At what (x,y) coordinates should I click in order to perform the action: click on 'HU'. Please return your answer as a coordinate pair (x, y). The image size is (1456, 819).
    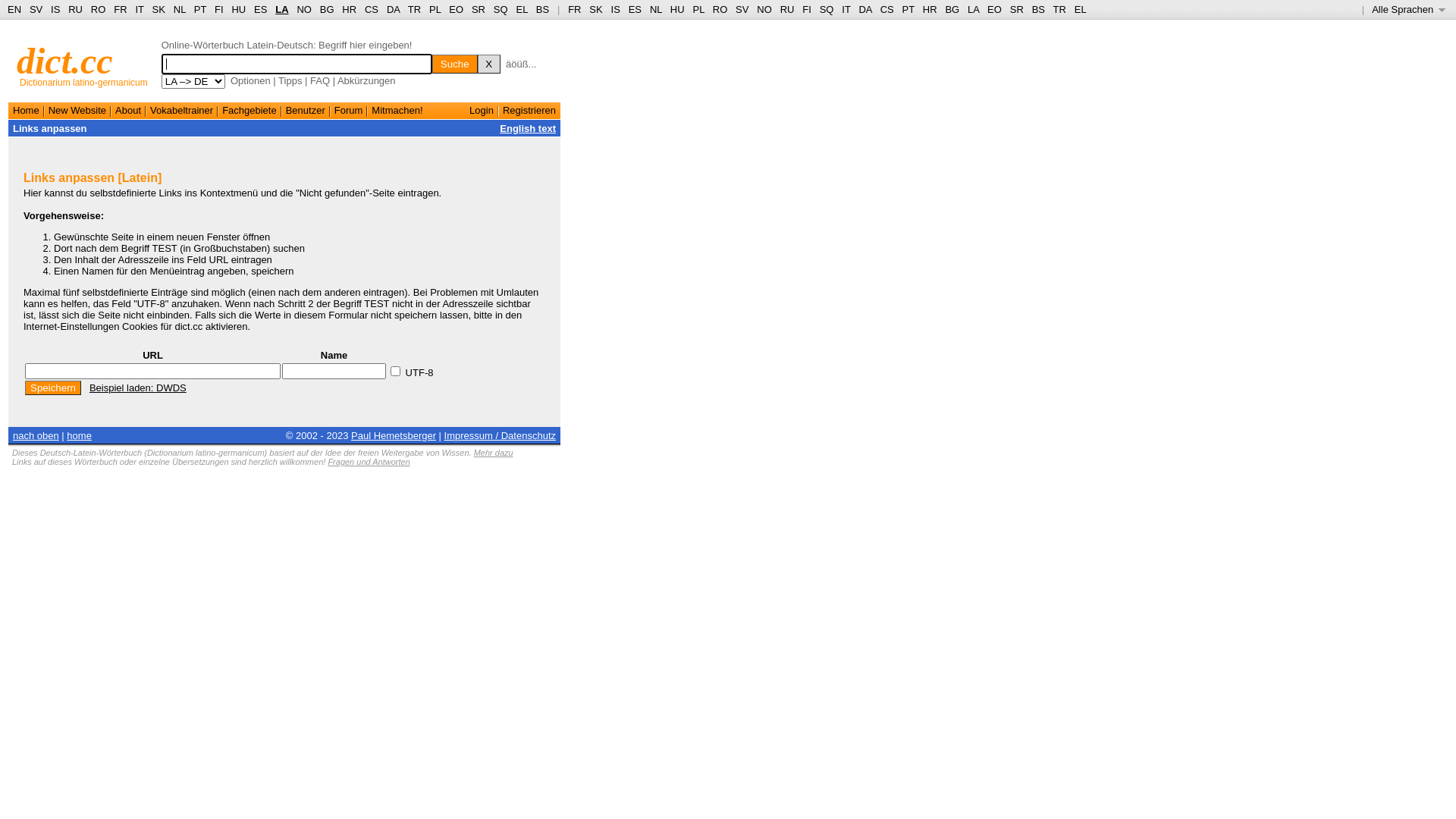
    Looking at the image, I should click on (237, 9).